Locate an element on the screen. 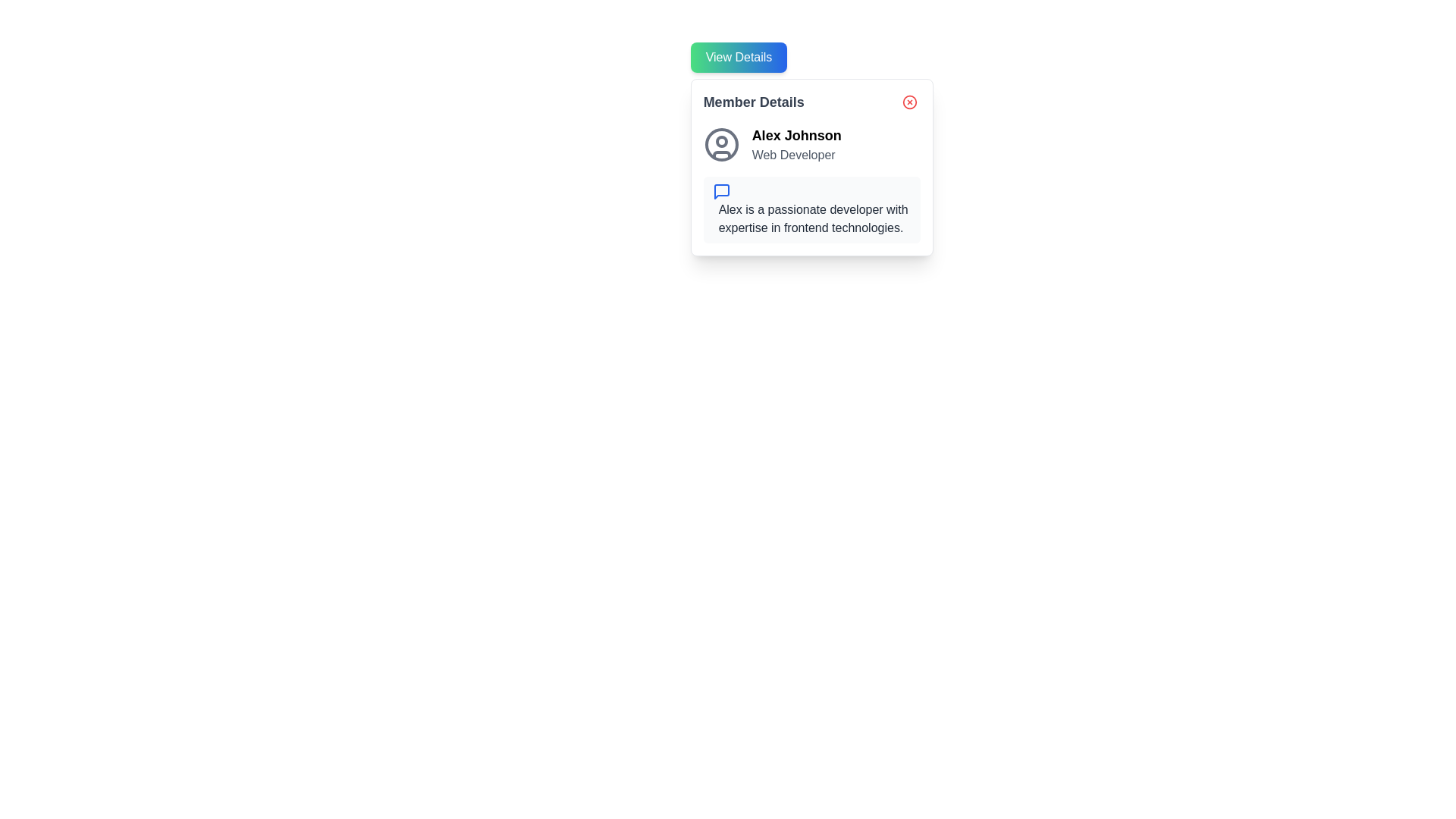 The image size is (1456, 819). the text label displaying 'Member Details' which is styled in bold and located above the profile information section is located at coordinates (754, 102).